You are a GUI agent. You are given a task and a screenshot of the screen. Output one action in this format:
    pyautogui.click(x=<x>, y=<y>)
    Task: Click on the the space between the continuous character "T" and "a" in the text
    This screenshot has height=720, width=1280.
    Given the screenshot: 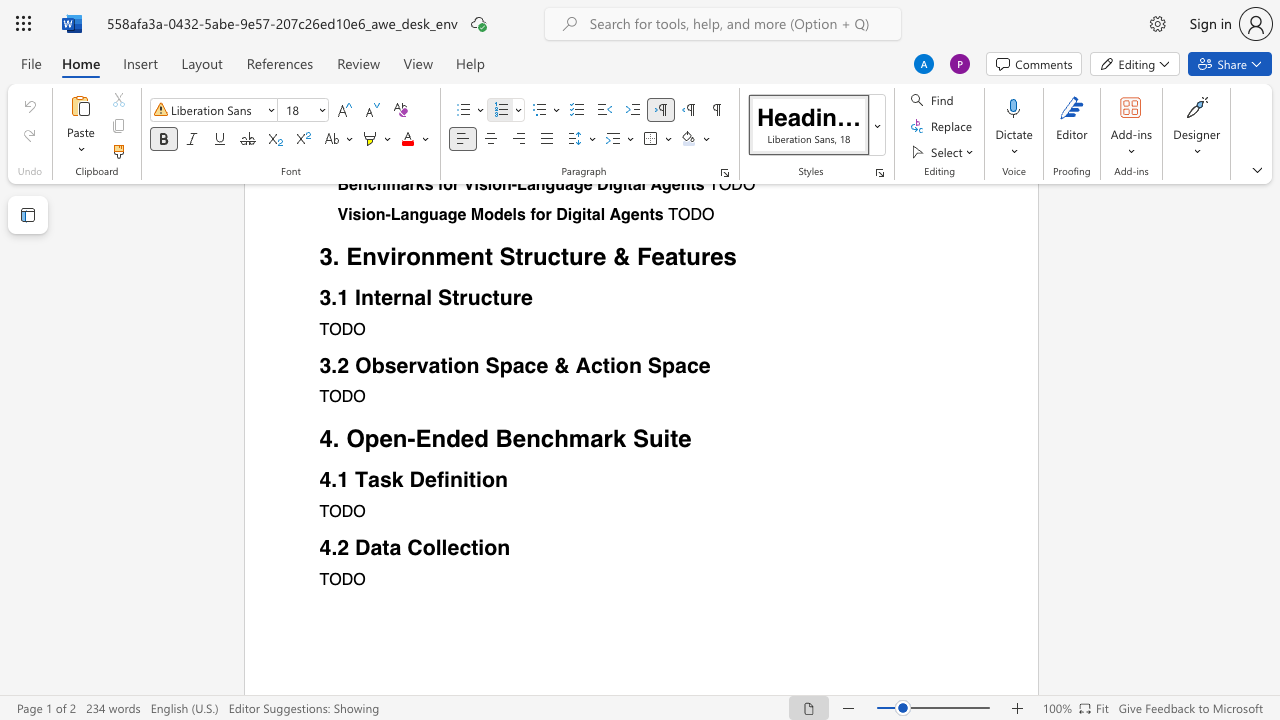 What is the action you would take?
    pyautogui.click(x=367, y=479)
    